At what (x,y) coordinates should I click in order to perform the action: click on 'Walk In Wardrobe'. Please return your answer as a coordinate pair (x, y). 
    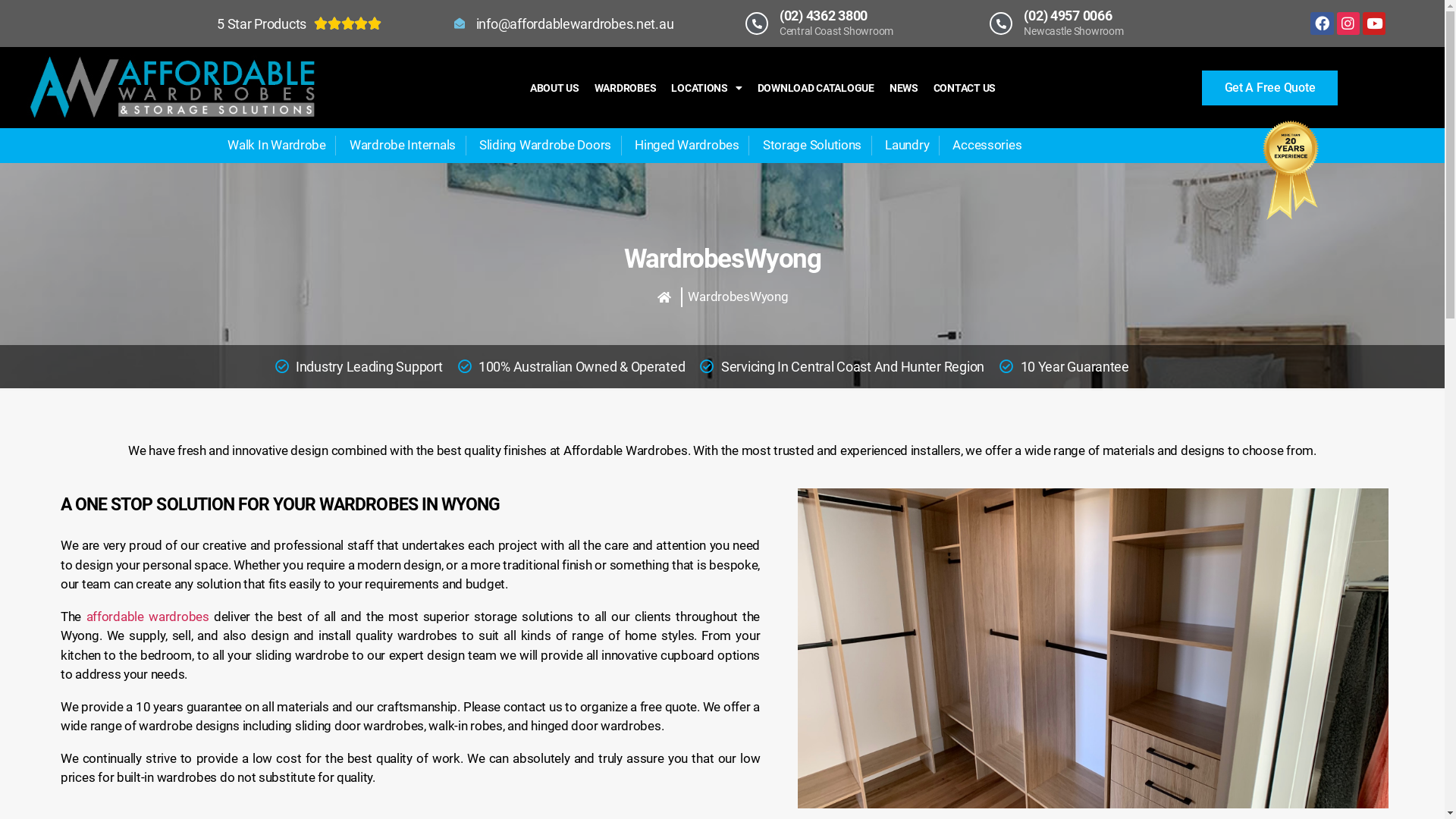
    Looking at the image, I should click on (275, 146).